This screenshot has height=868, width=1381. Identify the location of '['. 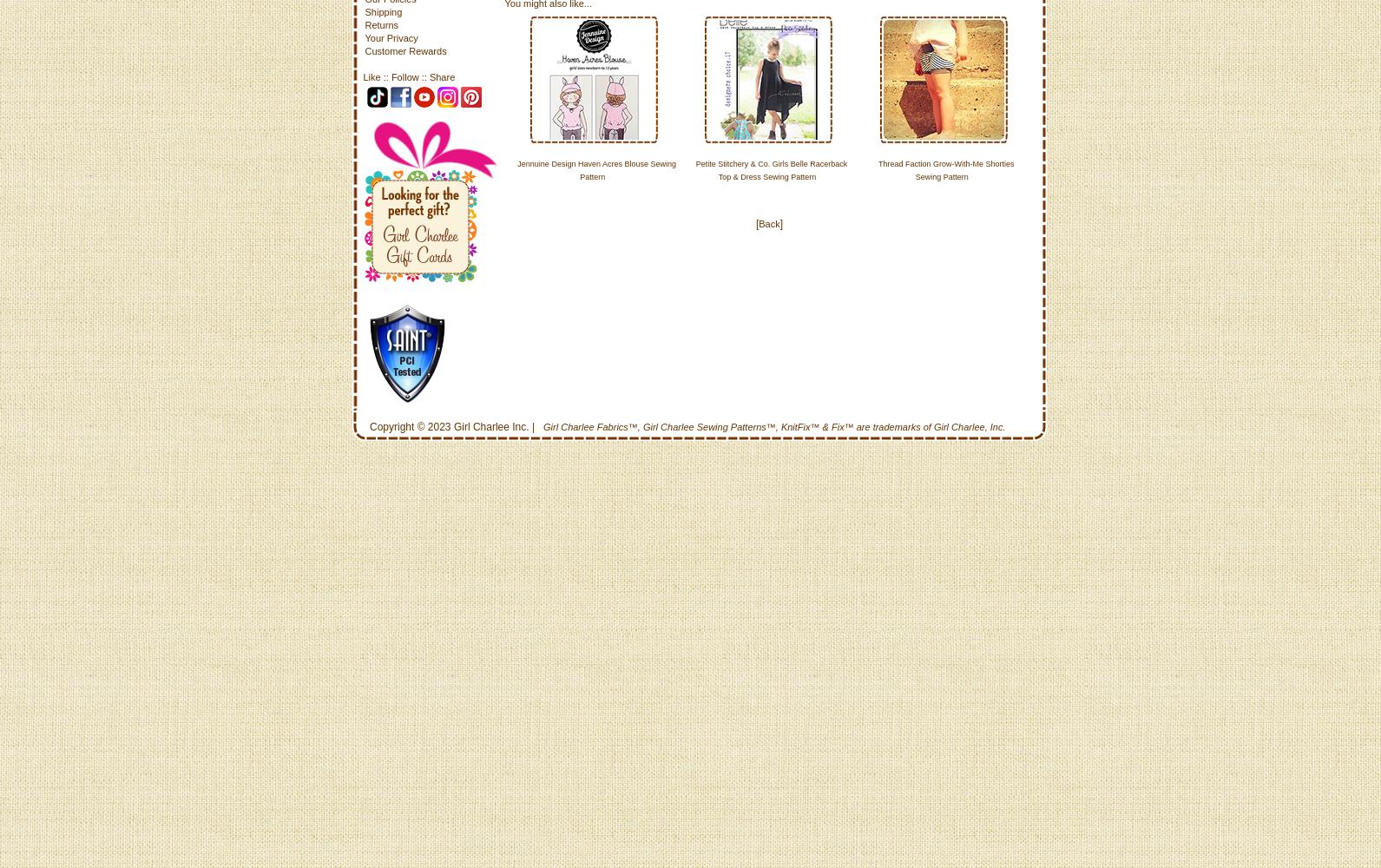
(756, 224).